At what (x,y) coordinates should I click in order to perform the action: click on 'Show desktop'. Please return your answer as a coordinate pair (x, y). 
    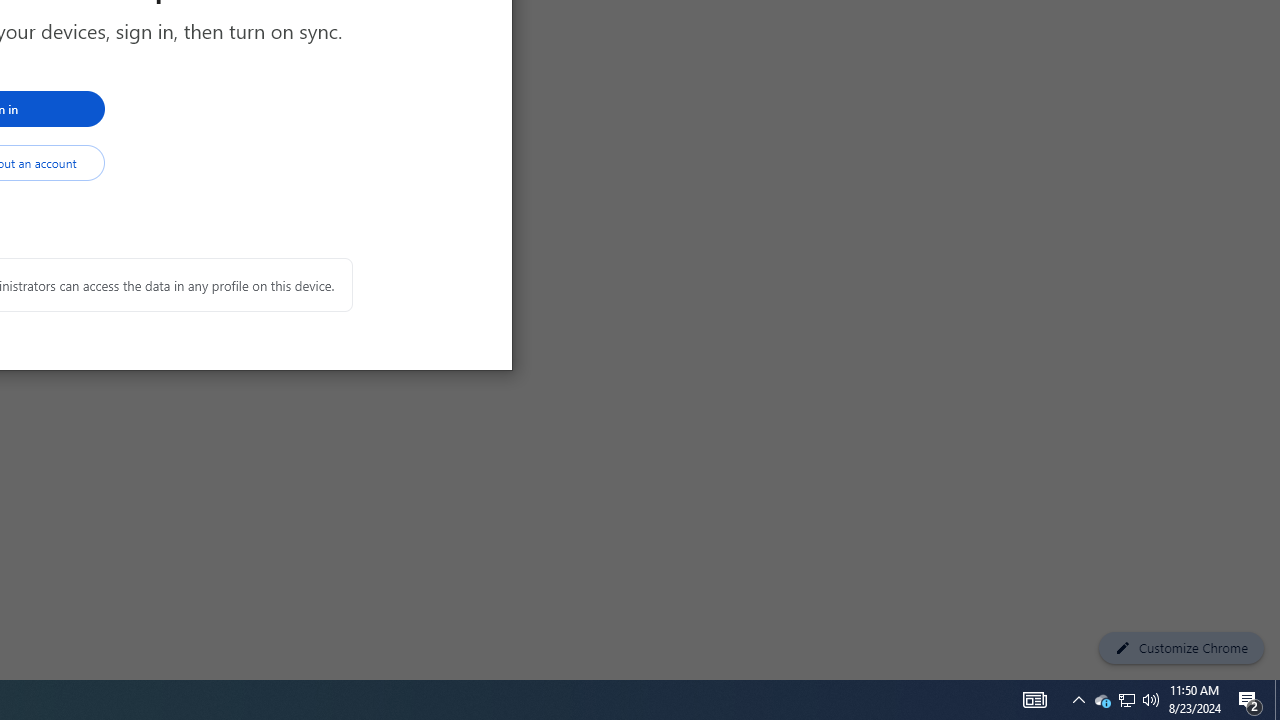
    Looking at the image, I should click on (1276, 698).